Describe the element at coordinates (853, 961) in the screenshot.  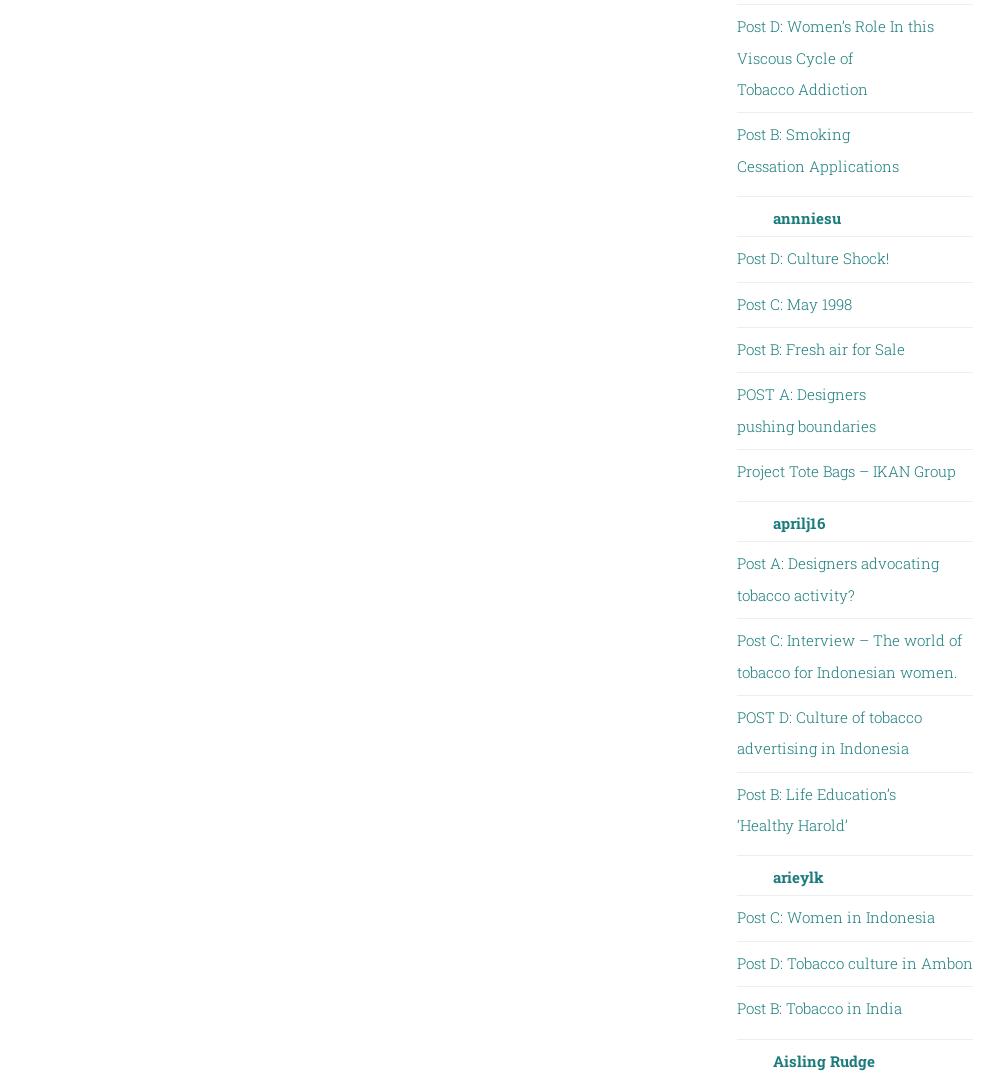
I see `'Post D: Tobacco culture in Ambon'` at that location.